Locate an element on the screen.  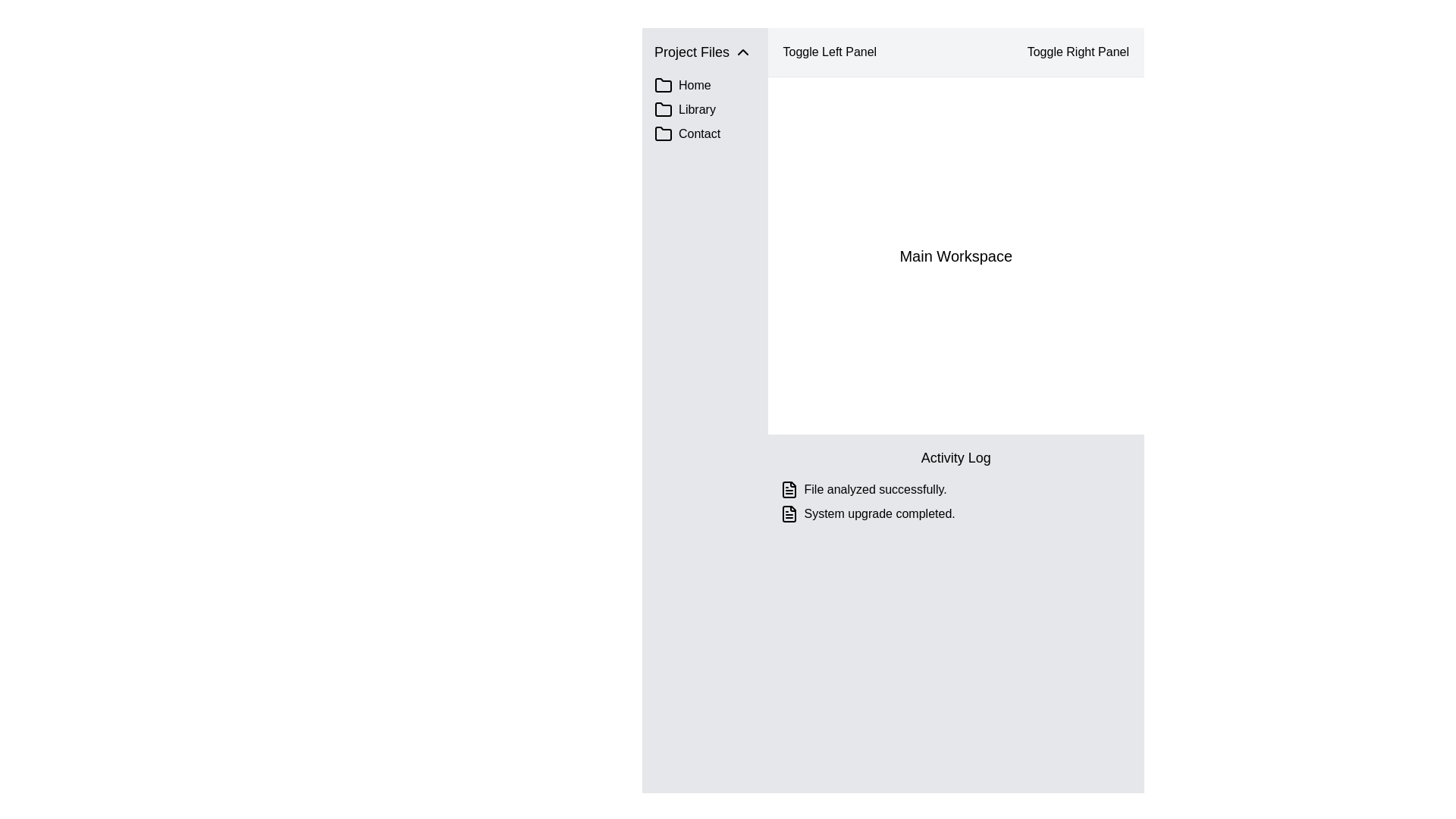
the button that toggles the visibility of the right-side panel, located at the top-right corner of the interface is located at coordinates (1077, 52).